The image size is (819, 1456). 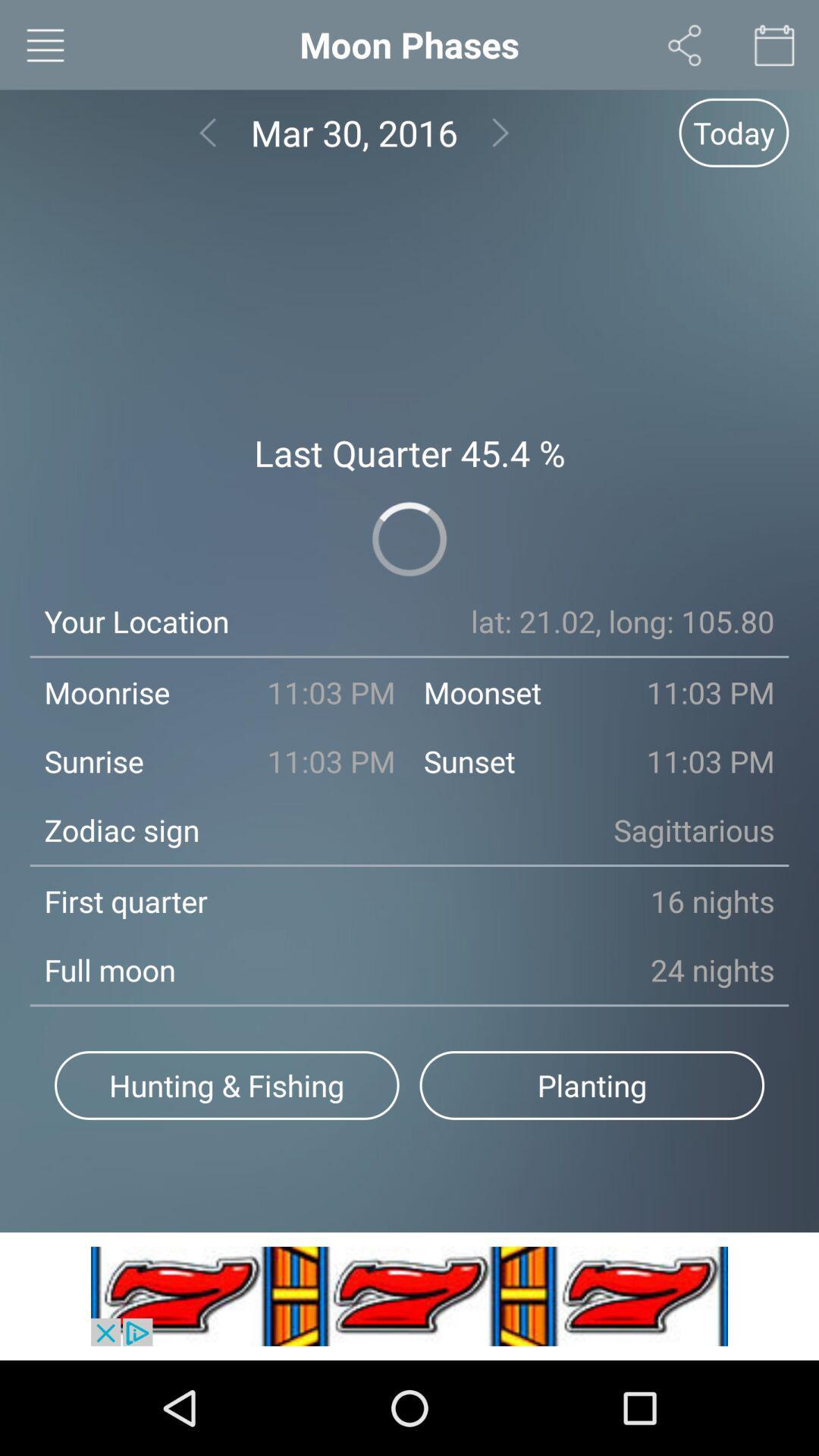 I want to click on the arrow_backward icon, so click(x=208, y=142).